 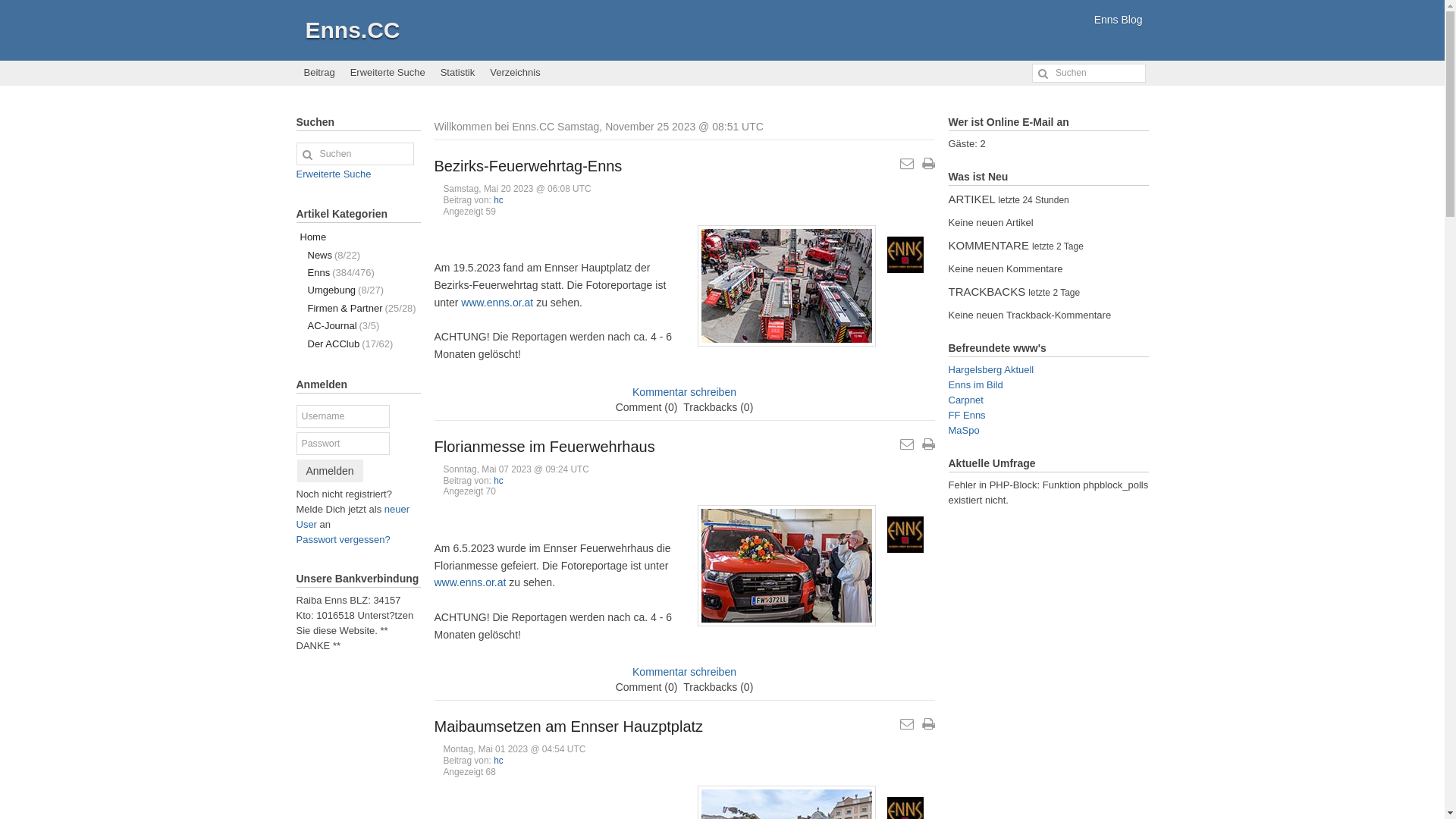 I want to click on 'www.enns.or.at', so click(x=469, y=581).